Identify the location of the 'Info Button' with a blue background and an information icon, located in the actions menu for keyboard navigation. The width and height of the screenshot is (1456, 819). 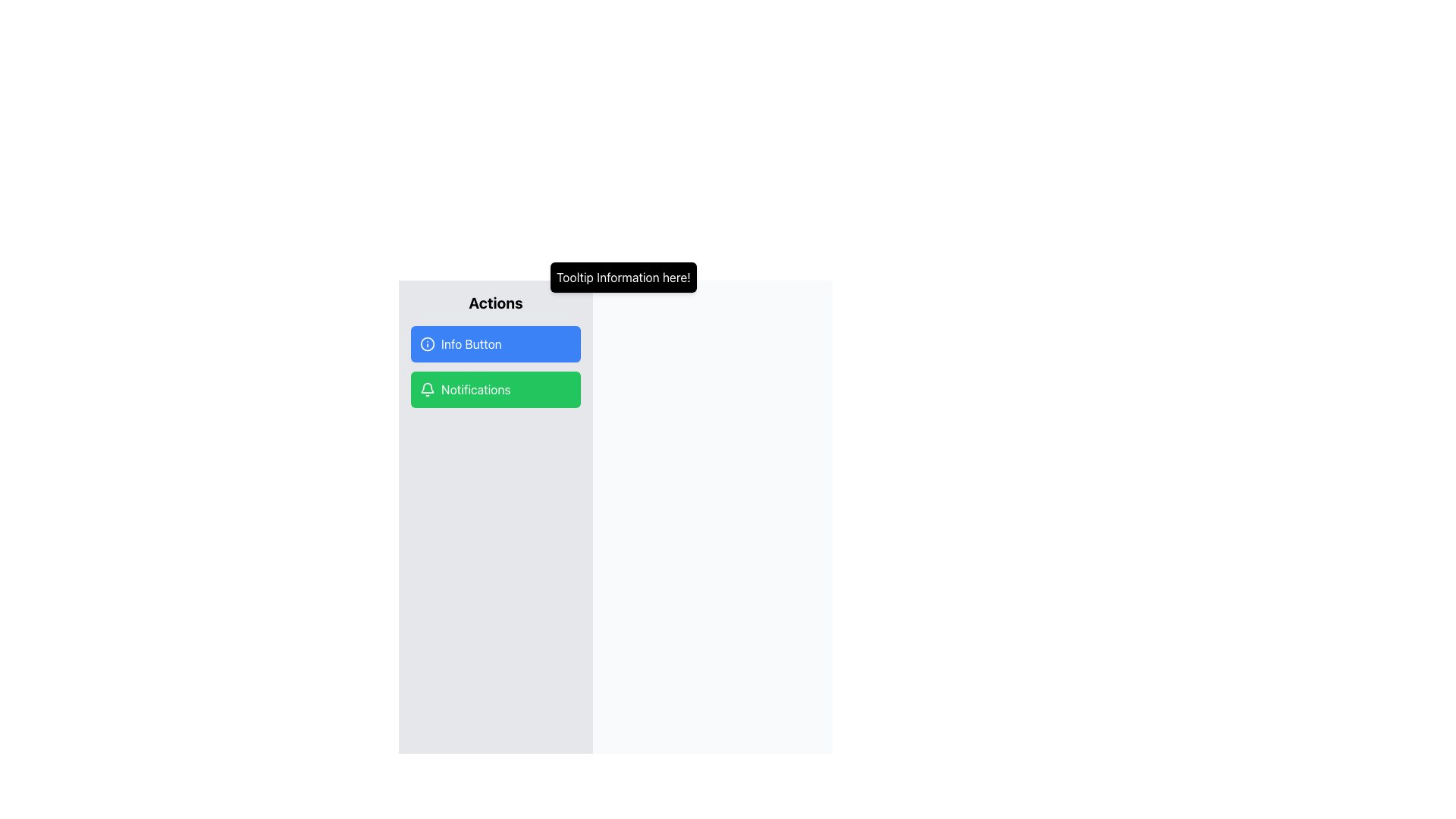
(495, 344).